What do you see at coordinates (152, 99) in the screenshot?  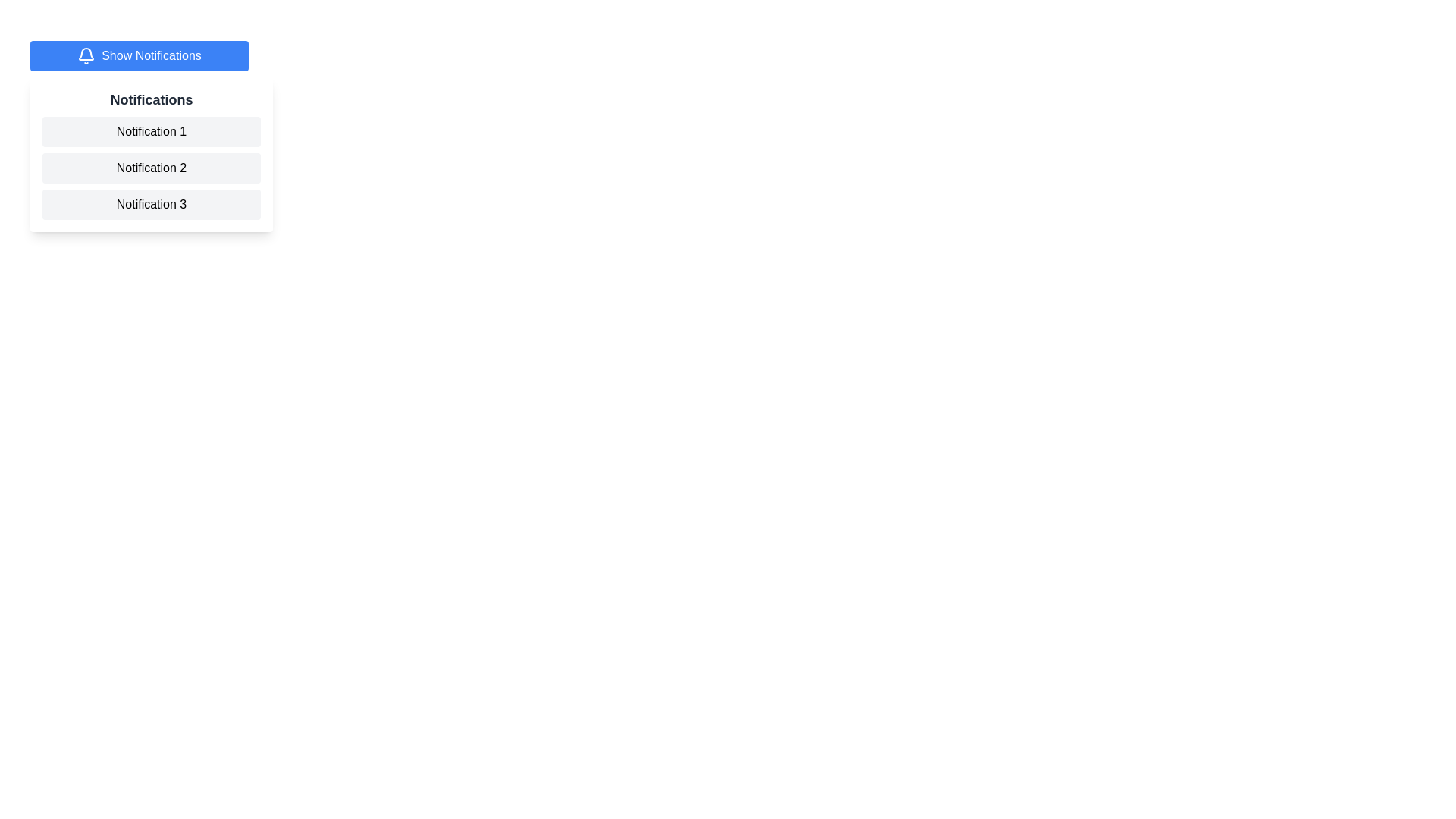 I see `the Text heading that indicates the content of the notification panel, which is positioned at the top region of the panel` at bounding box center [152, 99].